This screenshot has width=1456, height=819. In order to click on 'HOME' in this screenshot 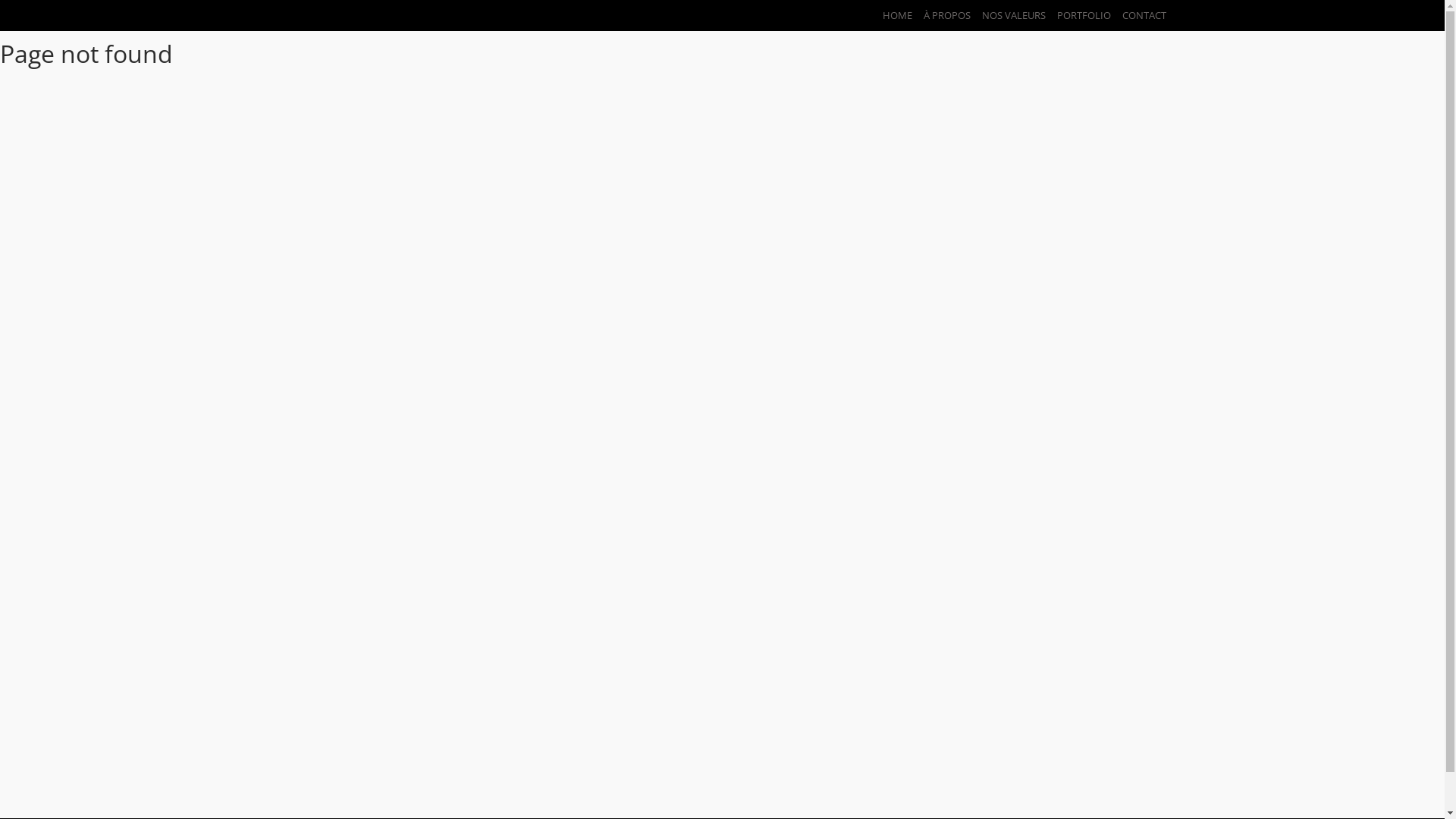, I will do `click(870, 14)`.